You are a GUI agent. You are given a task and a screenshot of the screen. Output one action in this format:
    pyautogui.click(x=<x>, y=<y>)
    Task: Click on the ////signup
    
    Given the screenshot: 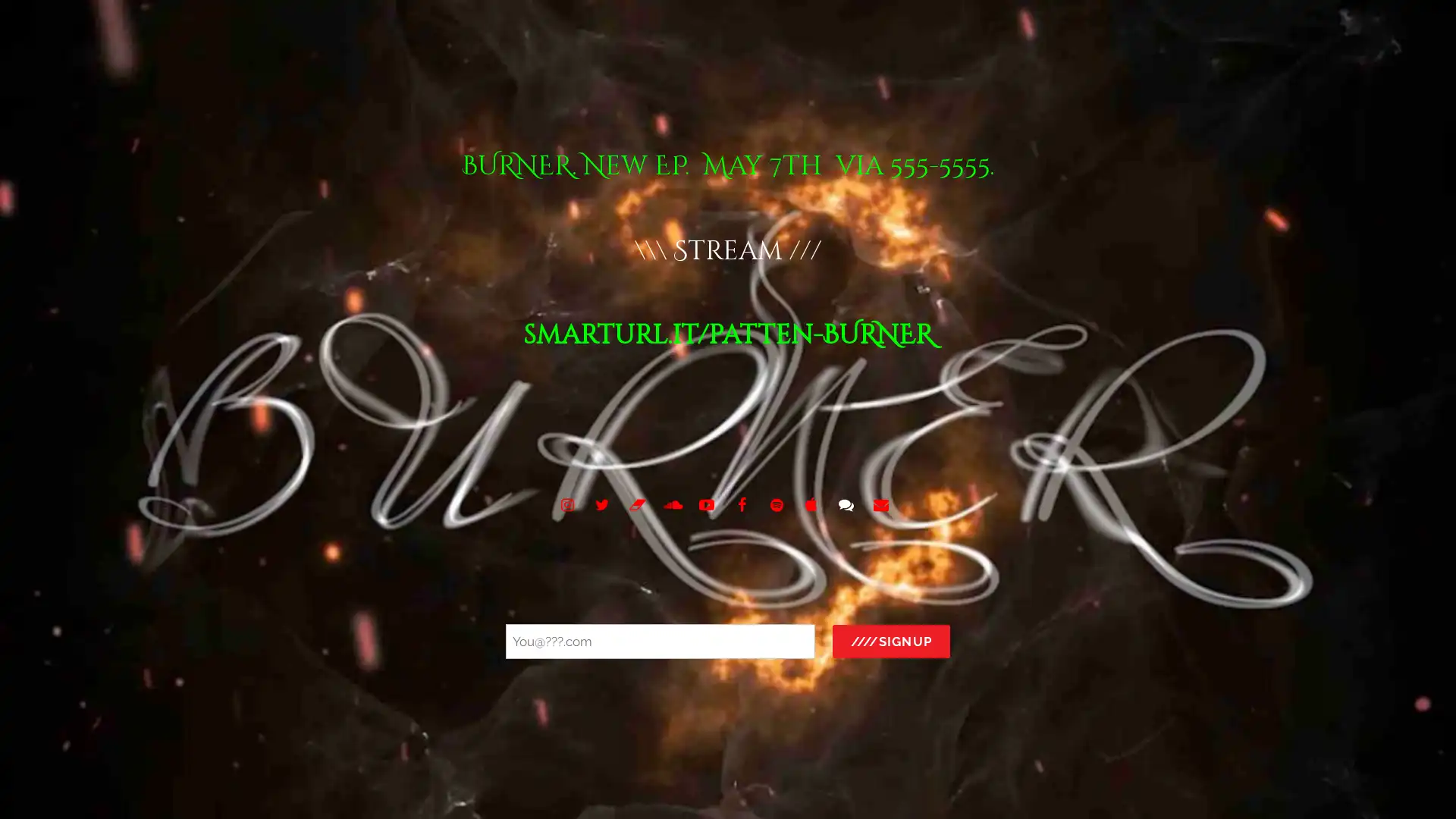 What is the action you would take?
    pyautogui.click(x=891, y=641)
    